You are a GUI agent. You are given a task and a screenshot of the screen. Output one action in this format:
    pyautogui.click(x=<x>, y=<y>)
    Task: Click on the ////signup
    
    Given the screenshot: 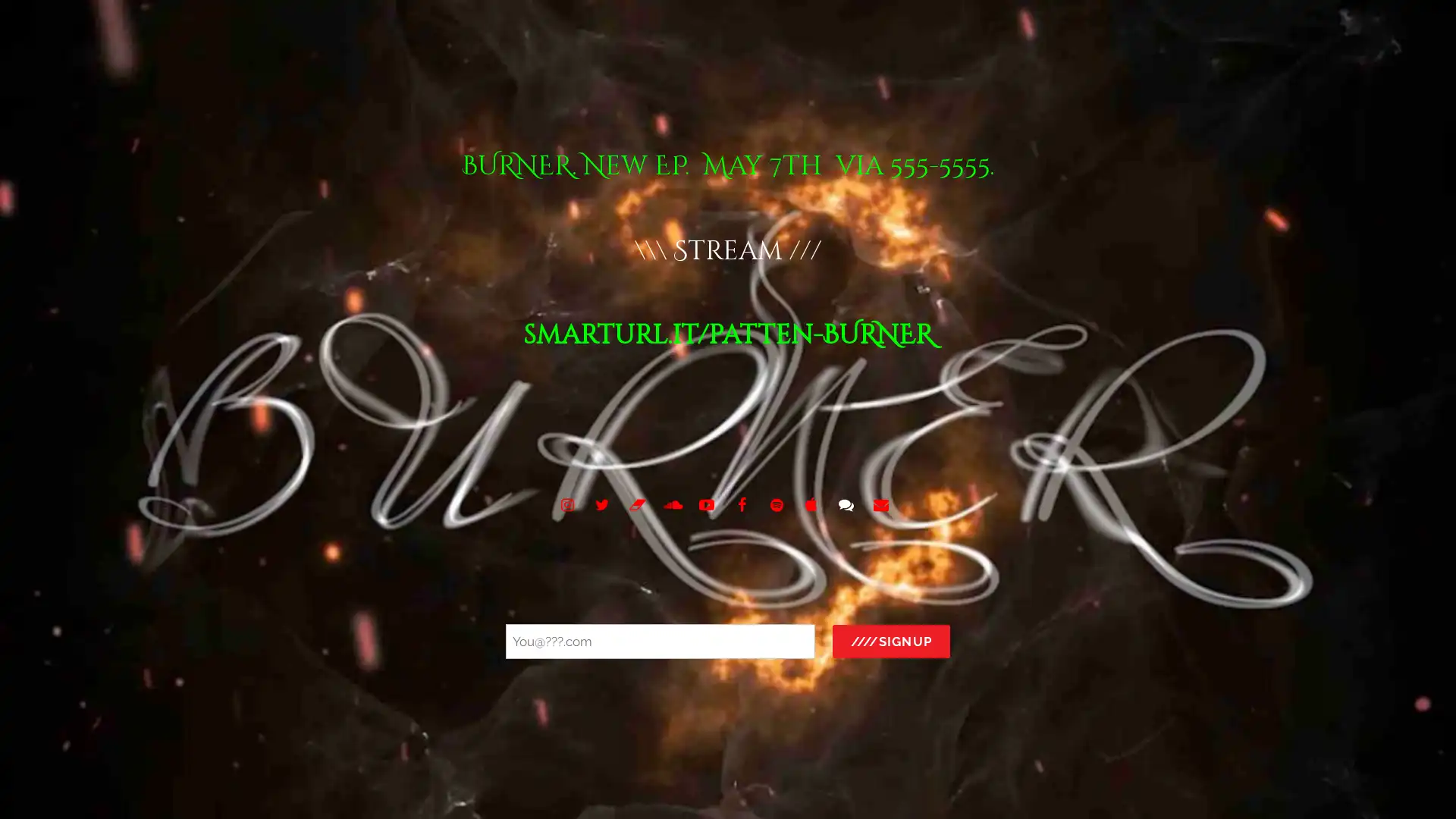 What is the action you would take?
    pyautogui.click(x=891, y=641)
    